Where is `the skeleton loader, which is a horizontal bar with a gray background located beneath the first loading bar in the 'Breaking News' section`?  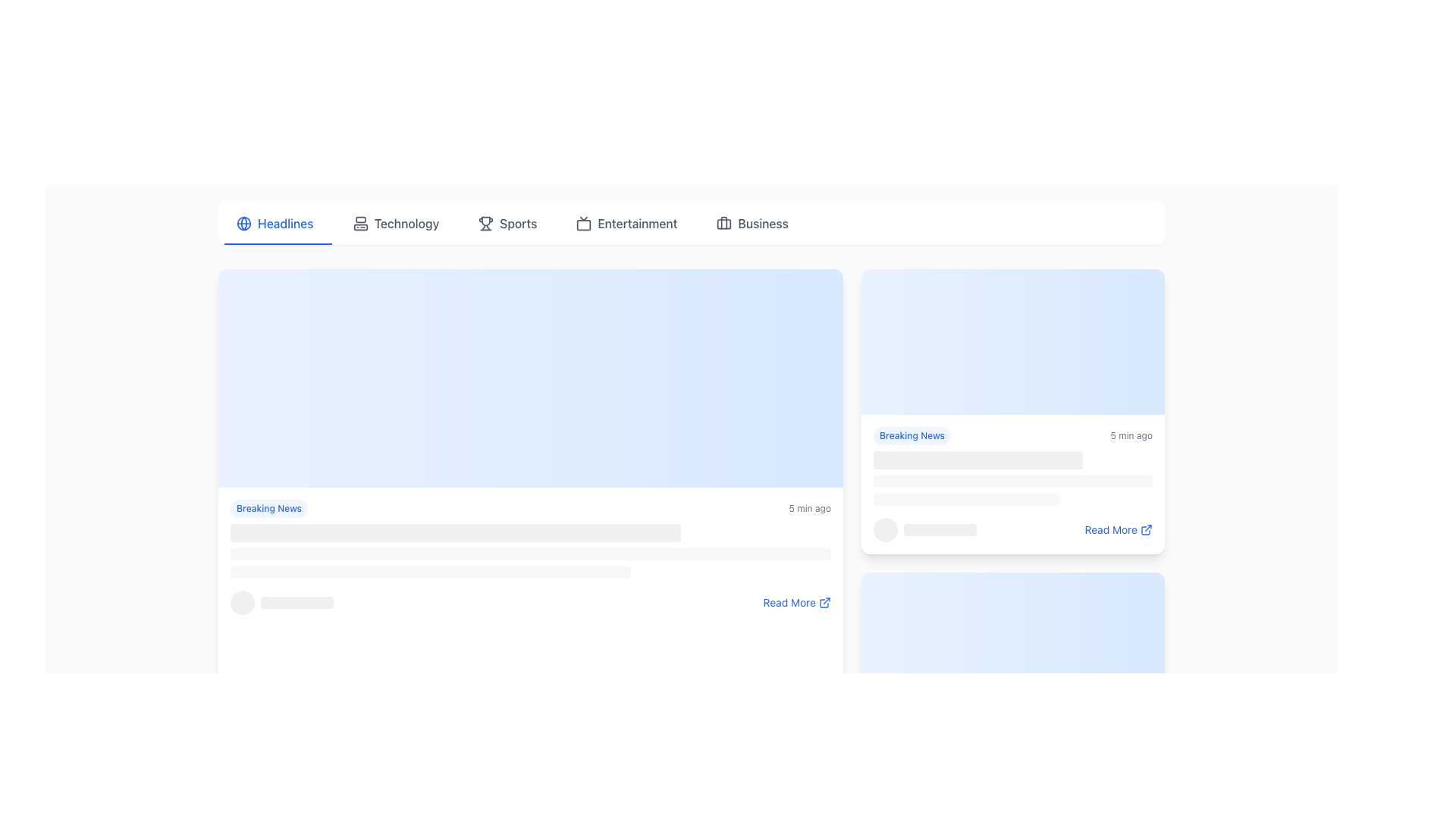
the skeleton loader, which is a horizontal bar with a gray background located beneath the first loading bar in the 'Breaking News' section is located at coordinates (429, 573).